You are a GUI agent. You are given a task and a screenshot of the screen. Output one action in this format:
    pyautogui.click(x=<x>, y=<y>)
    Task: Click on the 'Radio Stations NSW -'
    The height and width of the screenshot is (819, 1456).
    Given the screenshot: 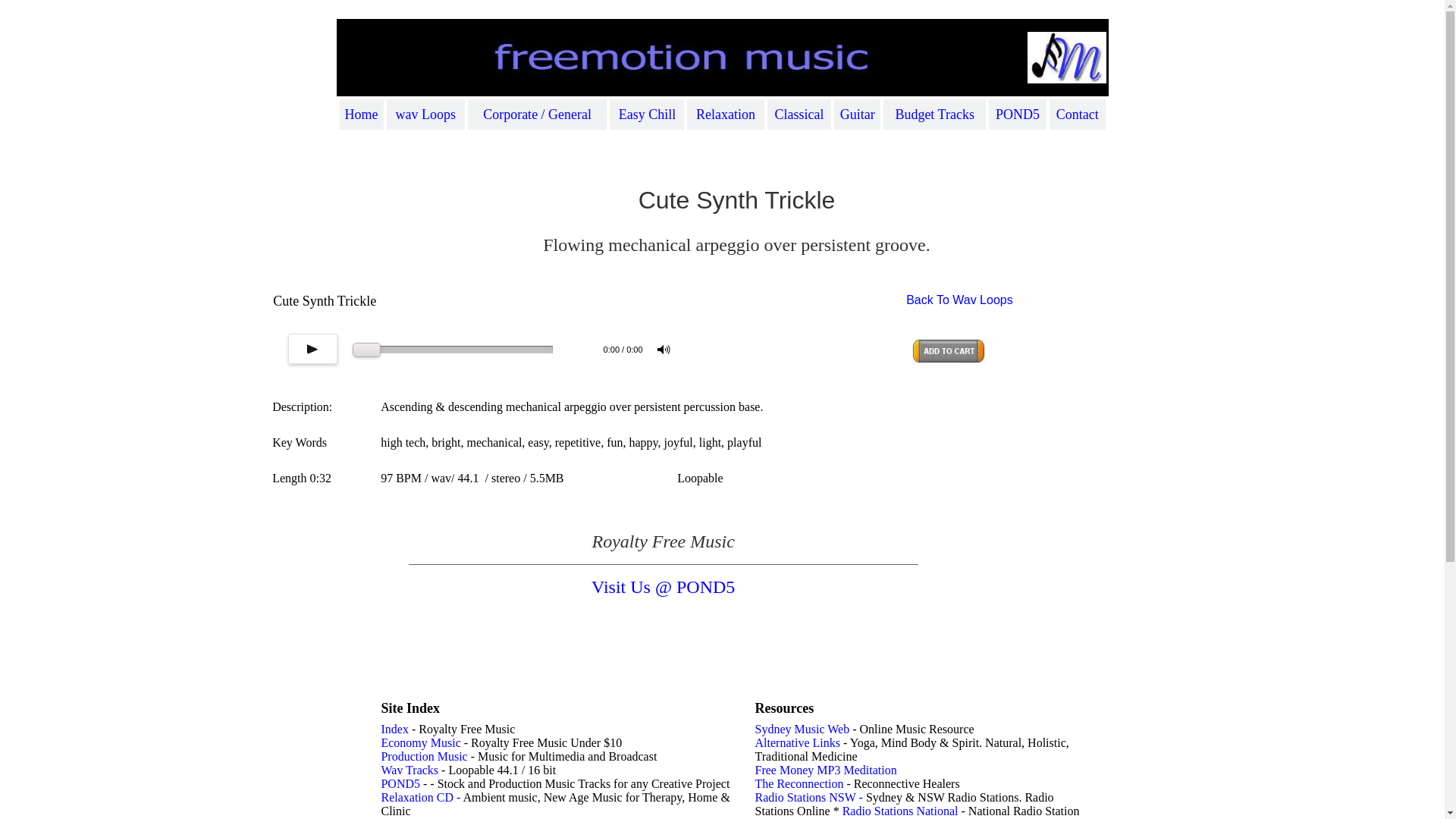 What is the action you would take?
    pyautogui.click(x=810, y=796)
    